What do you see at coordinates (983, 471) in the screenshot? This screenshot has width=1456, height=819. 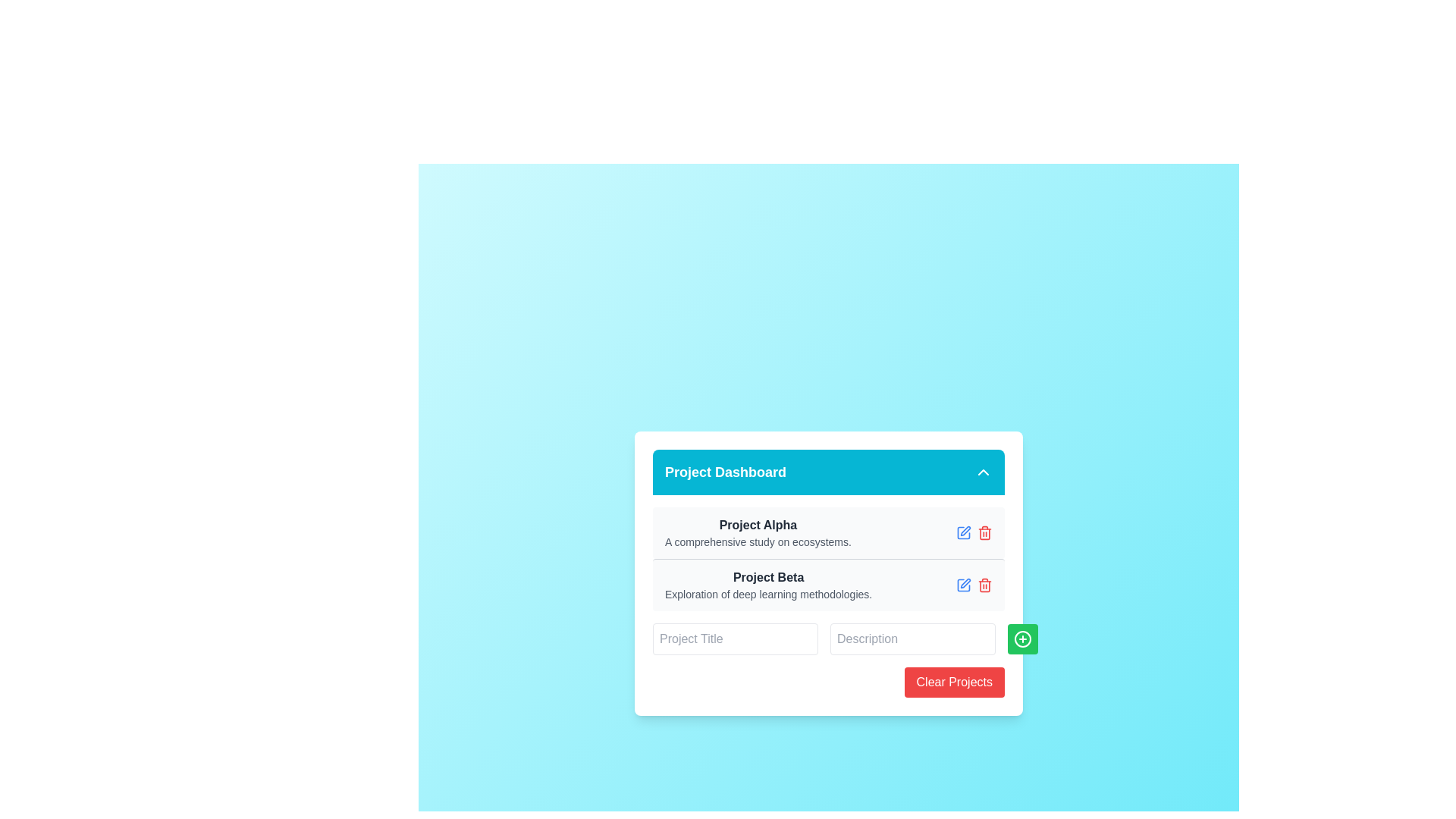 I see `the rightmost icon button in the top-right corner of the cyan header bar` at bounding box center [983, 471].